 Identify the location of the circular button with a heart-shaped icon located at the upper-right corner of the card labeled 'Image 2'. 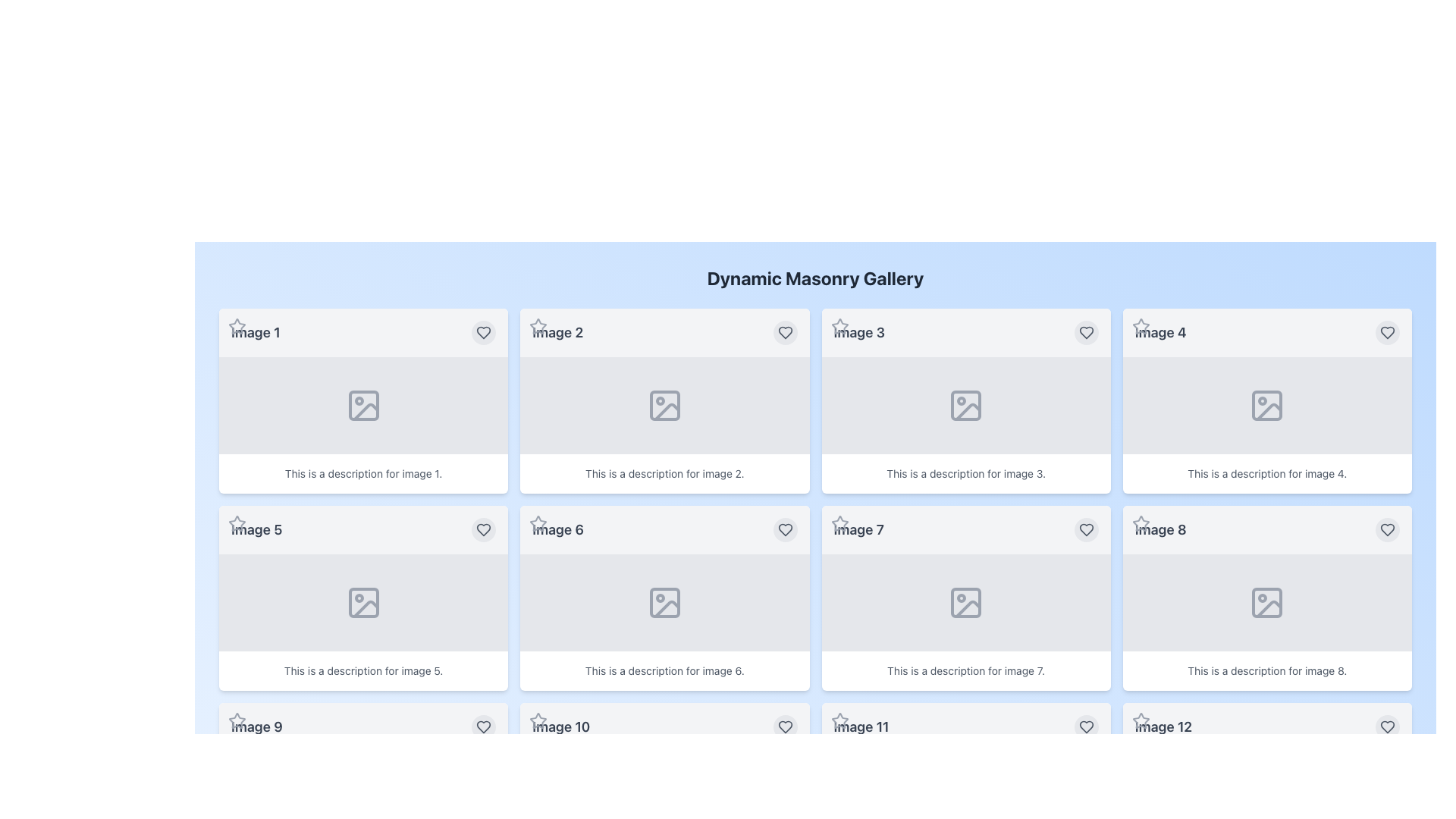
(785, 332).